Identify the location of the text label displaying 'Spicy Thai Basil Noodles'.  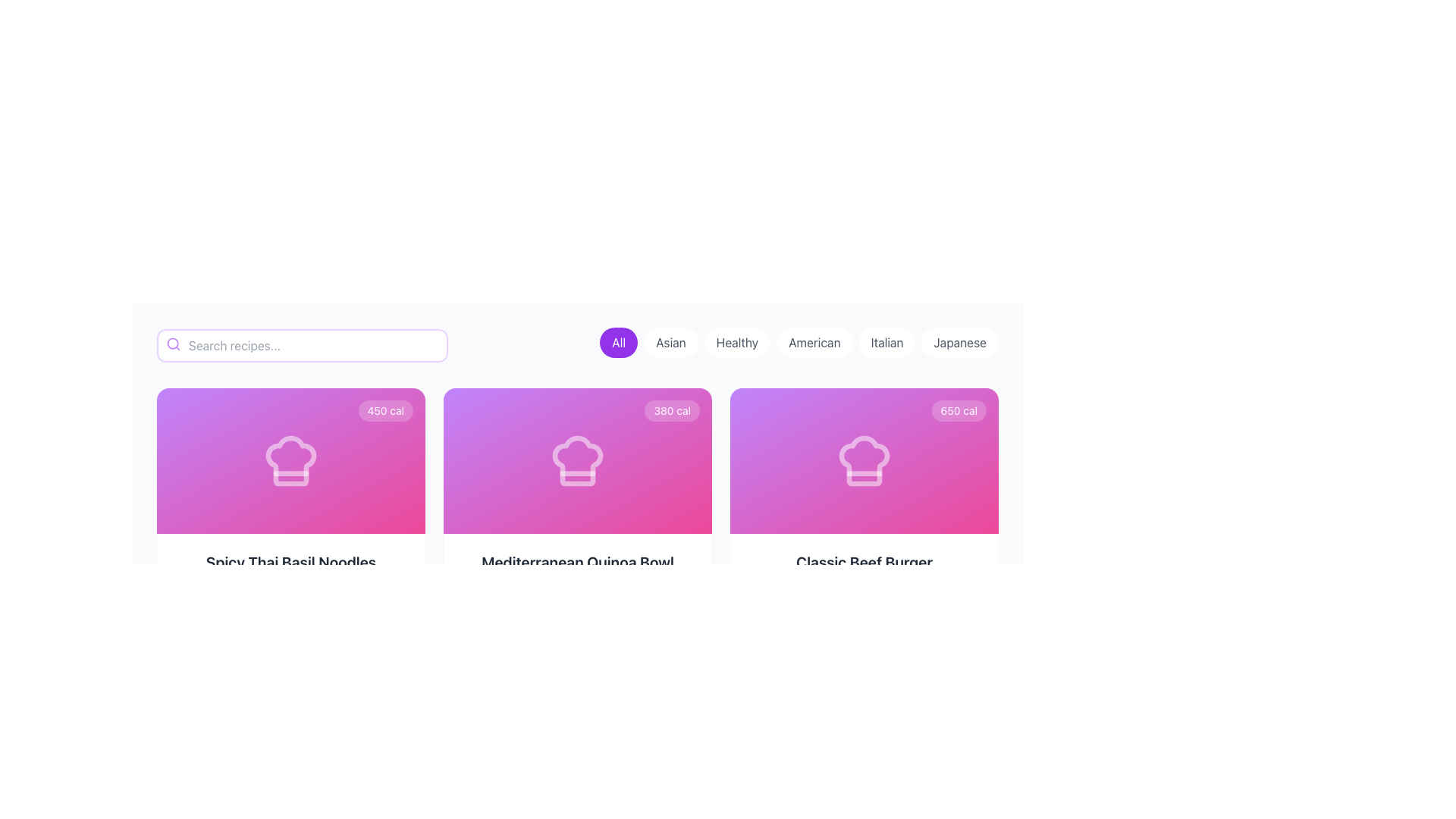
(291, 562).